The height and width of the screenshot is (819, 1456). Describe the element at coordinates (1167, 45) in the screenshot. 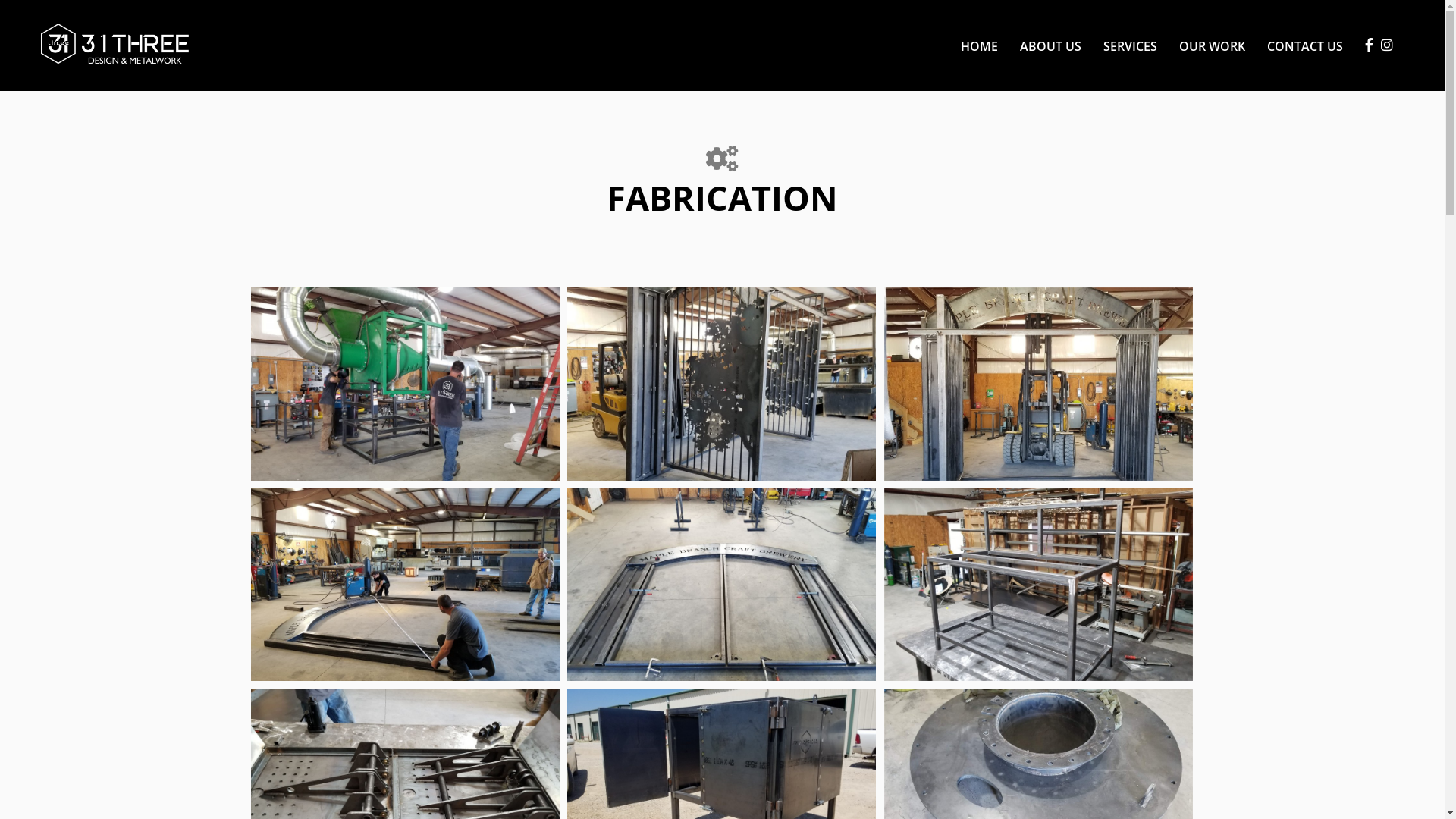

I see `'OUR WORK'` at that location.